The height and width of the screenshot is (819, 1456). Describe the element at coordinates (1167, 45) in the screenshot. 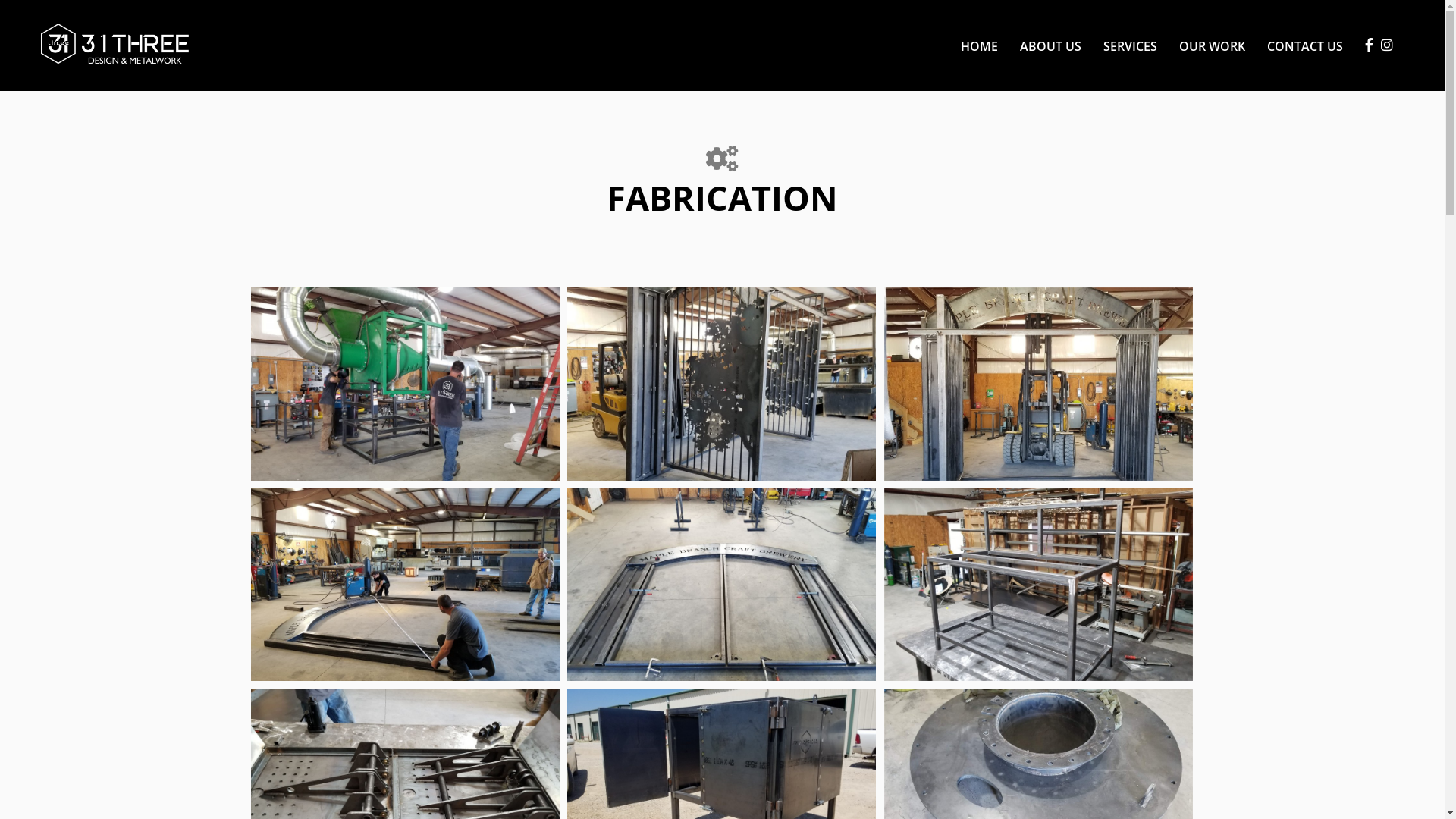

I see `'OUR WORK'` at that location.